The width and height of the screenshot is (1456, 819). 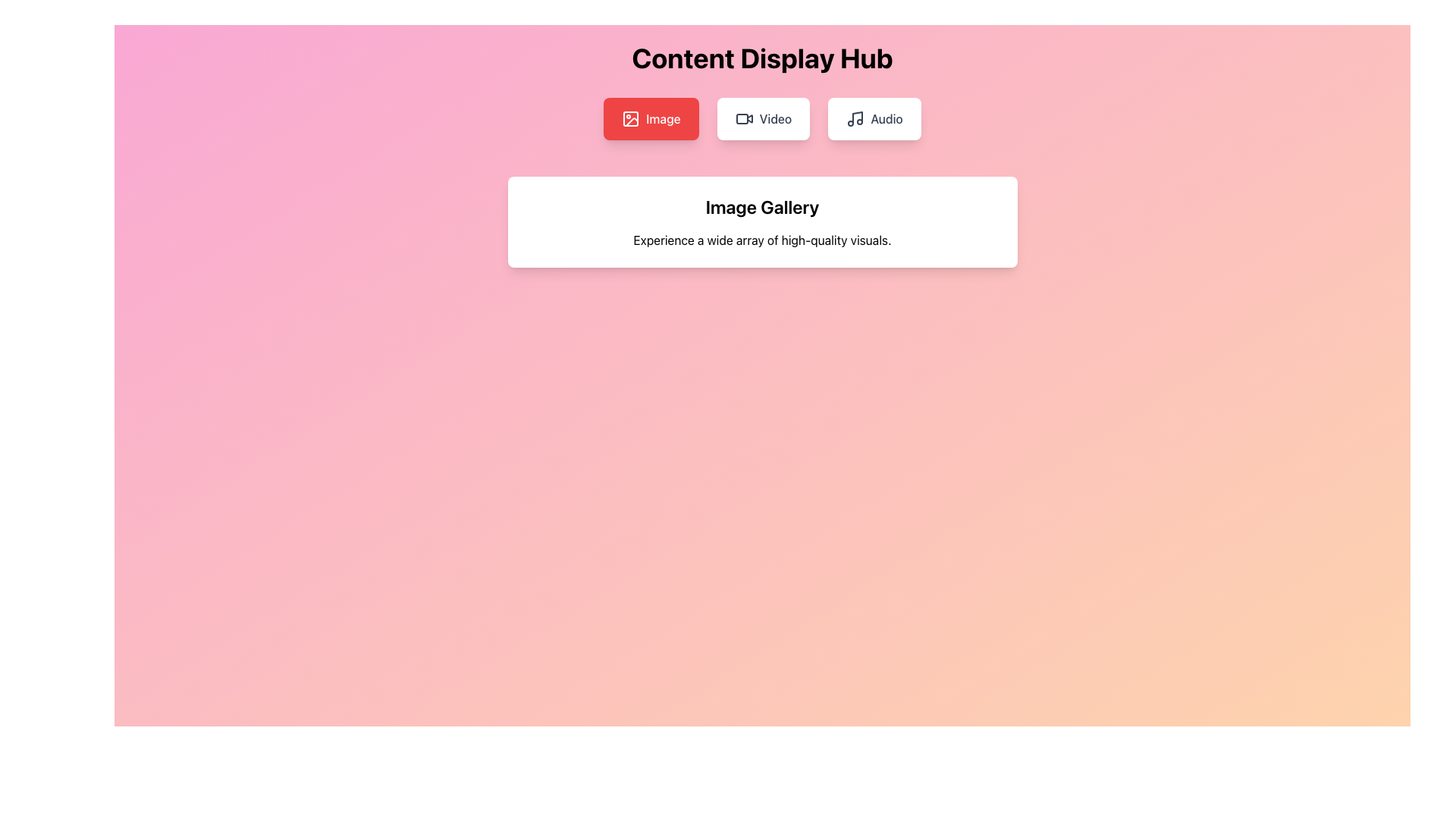 What do you see at coordinates (762, 222) in the screenshot?
I see `the 'Image Gallery' text element, which is prominently displayed in a white rectangular box with rounded corners, to interact if linked` at bounding box center [762, 222].